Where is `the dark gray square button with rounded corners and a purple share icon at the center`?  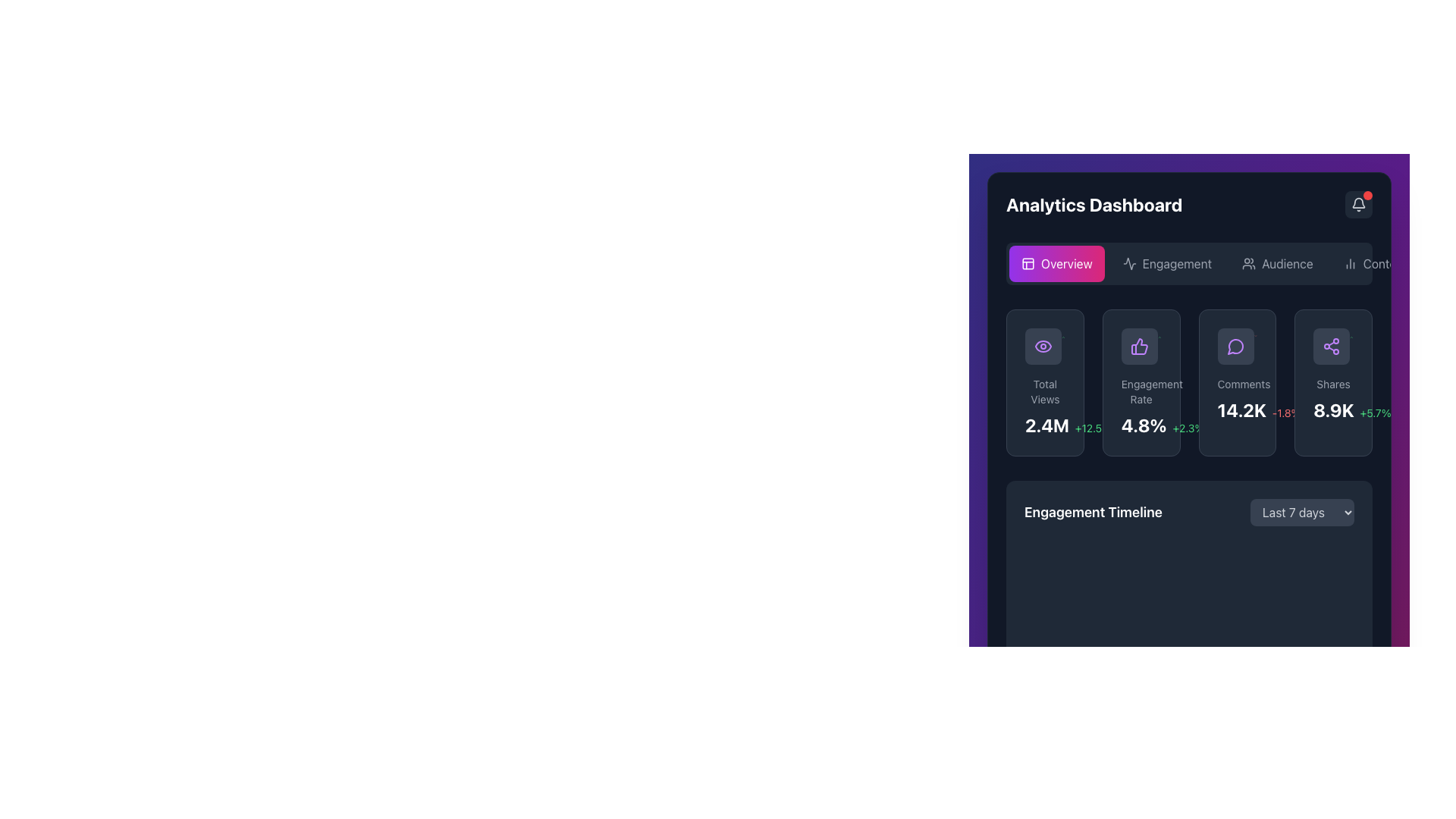
the dark gray square button with rounded corners and a purple share icon at the center is located at coordinates (1331, 346).